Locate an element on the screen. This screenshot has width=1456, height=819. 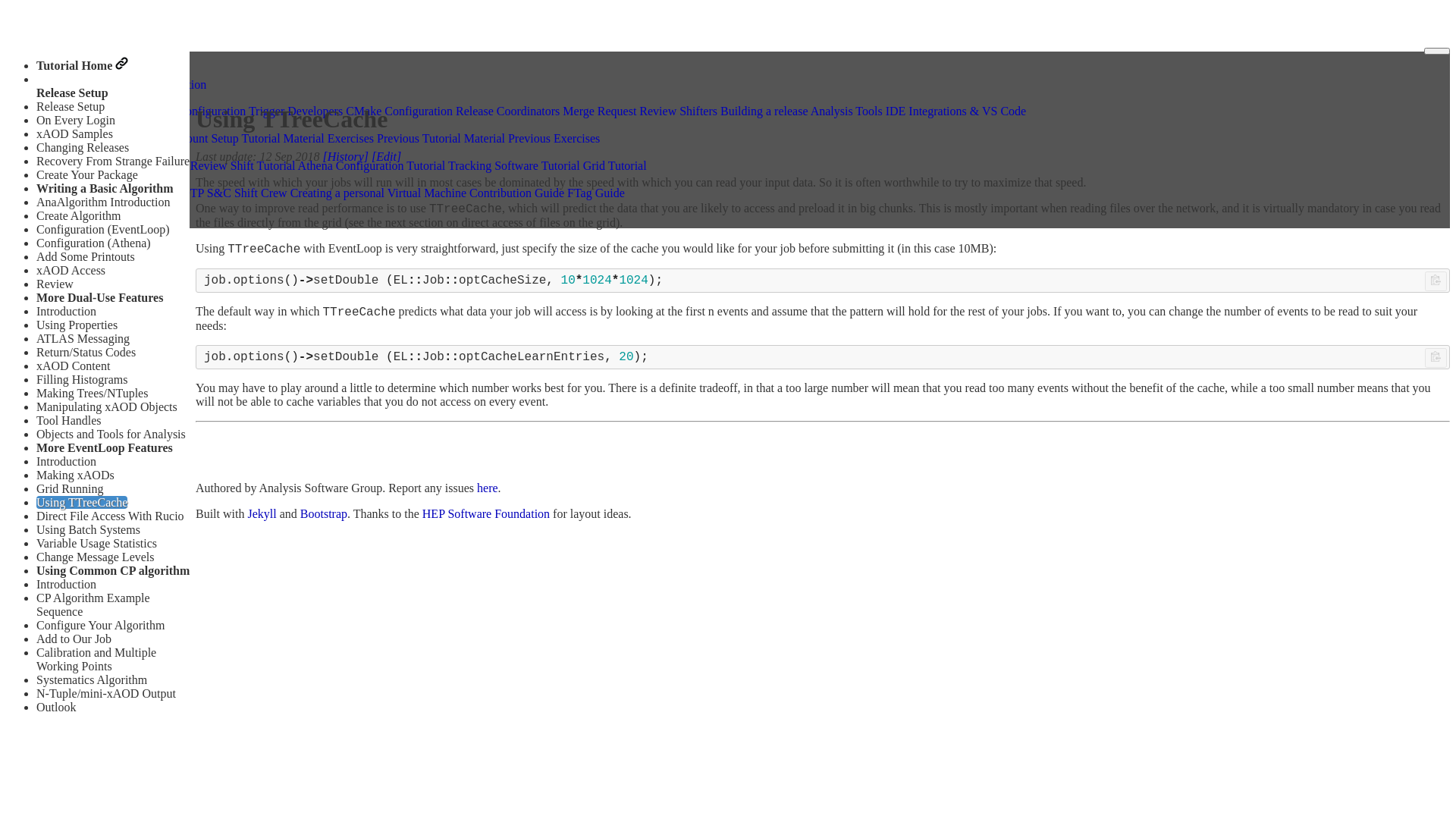
'Using Batch Systems' is located at coordinates (36, 529).